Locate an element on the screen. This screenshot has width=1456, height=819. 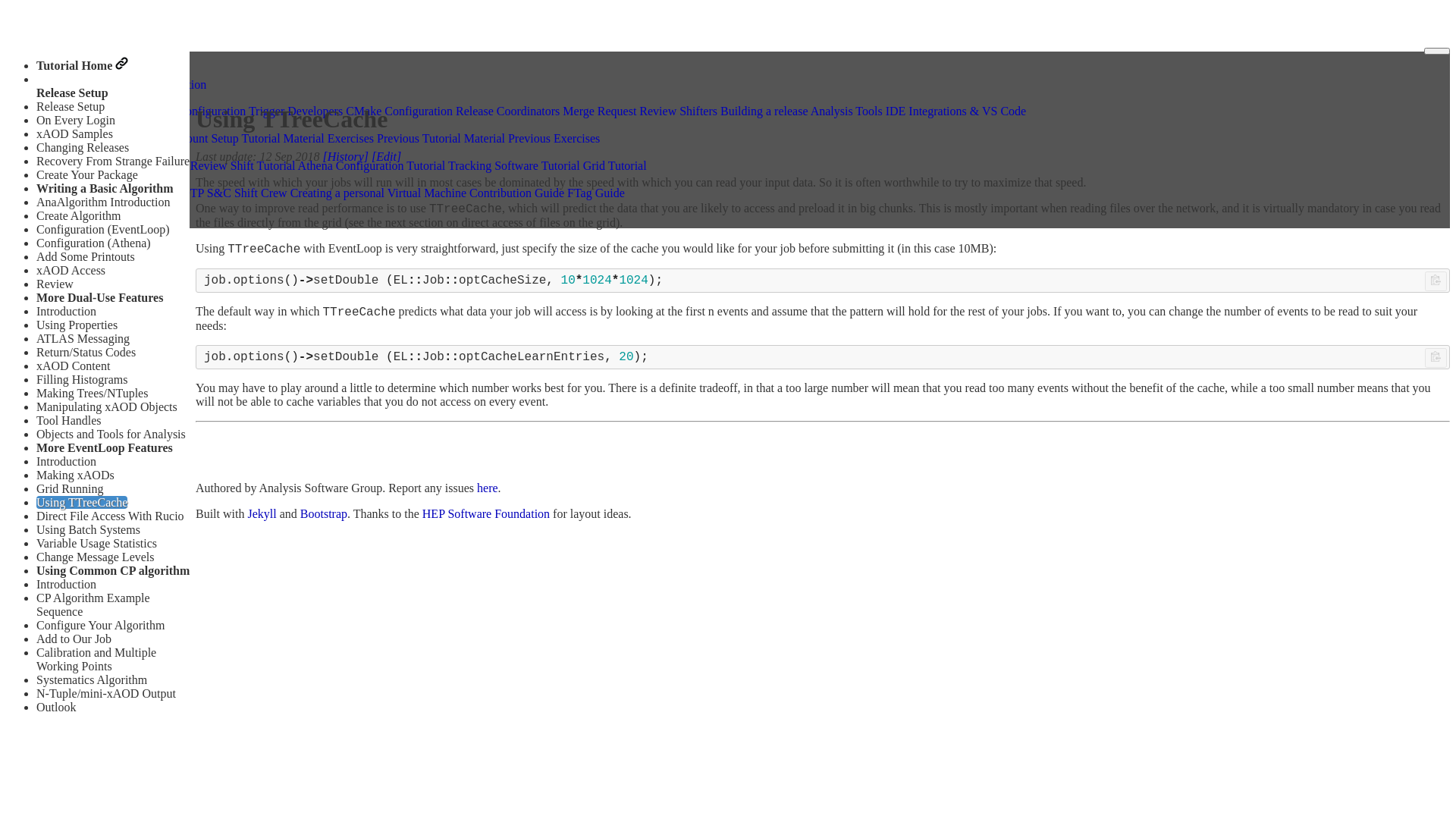
'Using Batch Systems' is located at coordinates (36, 529).